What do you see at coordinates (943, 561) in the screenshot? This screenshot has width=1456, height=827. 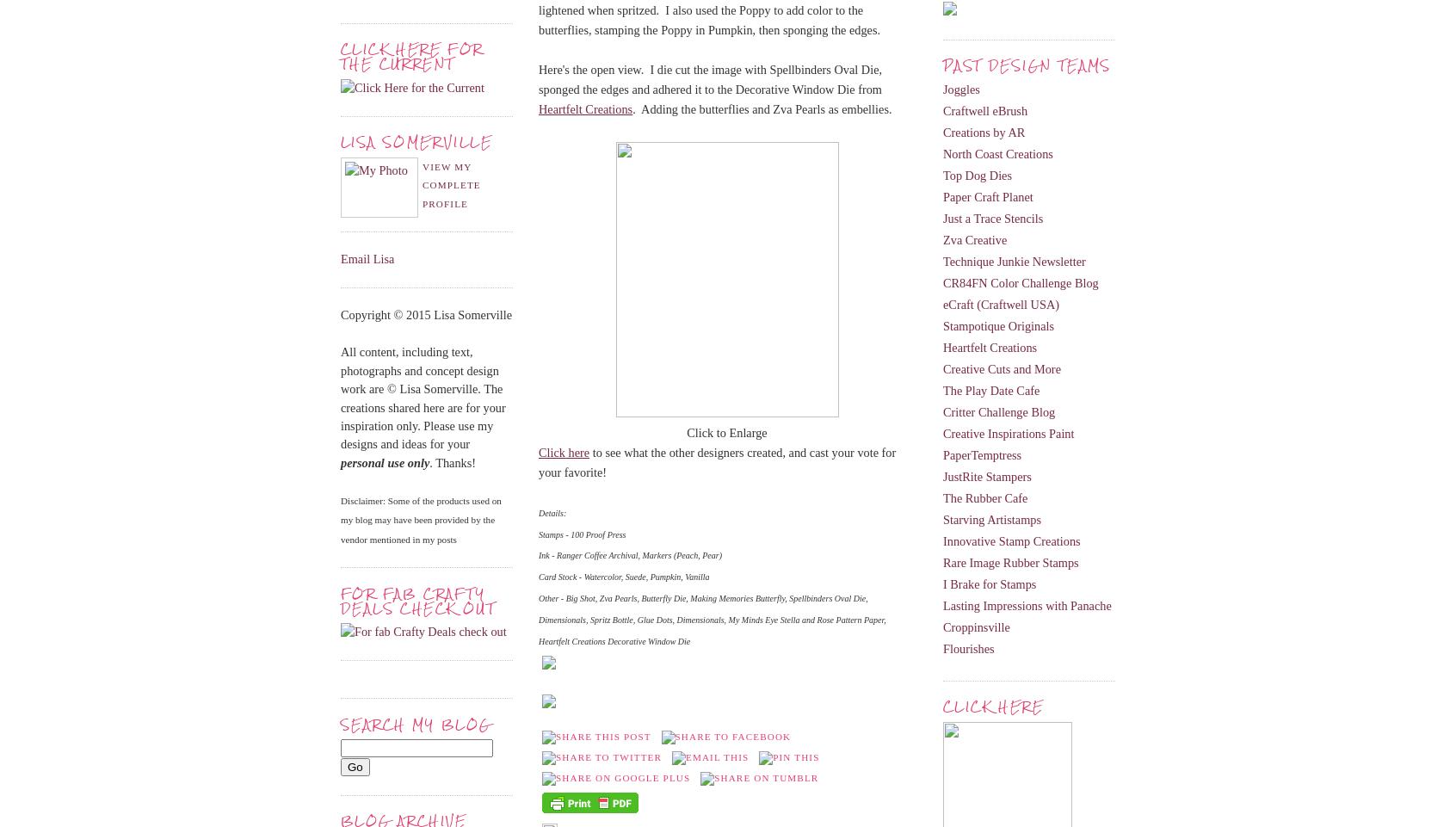 I see `'Rare Image Rubber Stamps'` at bounding box center [943, 561].